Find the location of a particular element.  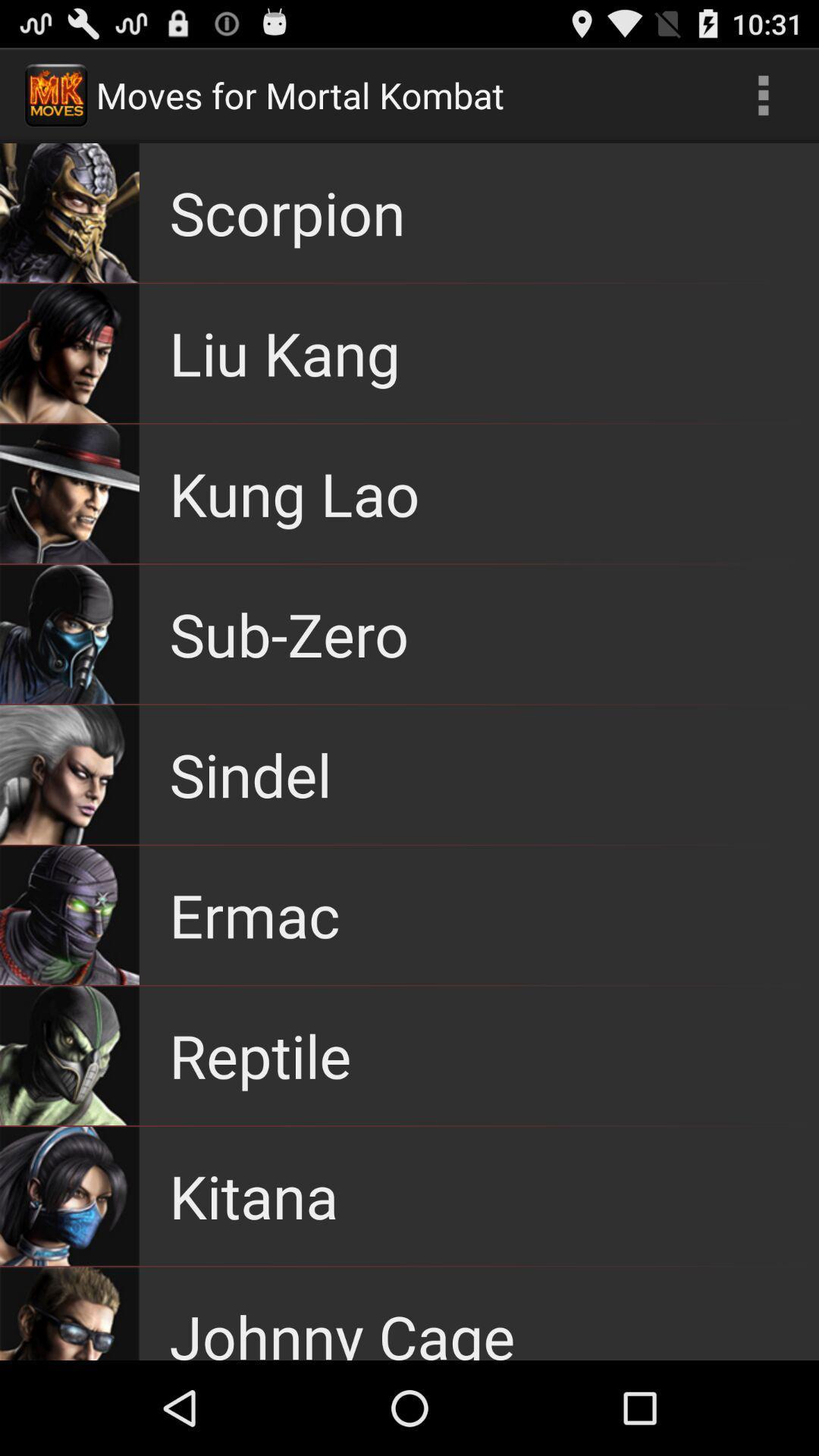

the scorpion is located at coordinates (287, 212).